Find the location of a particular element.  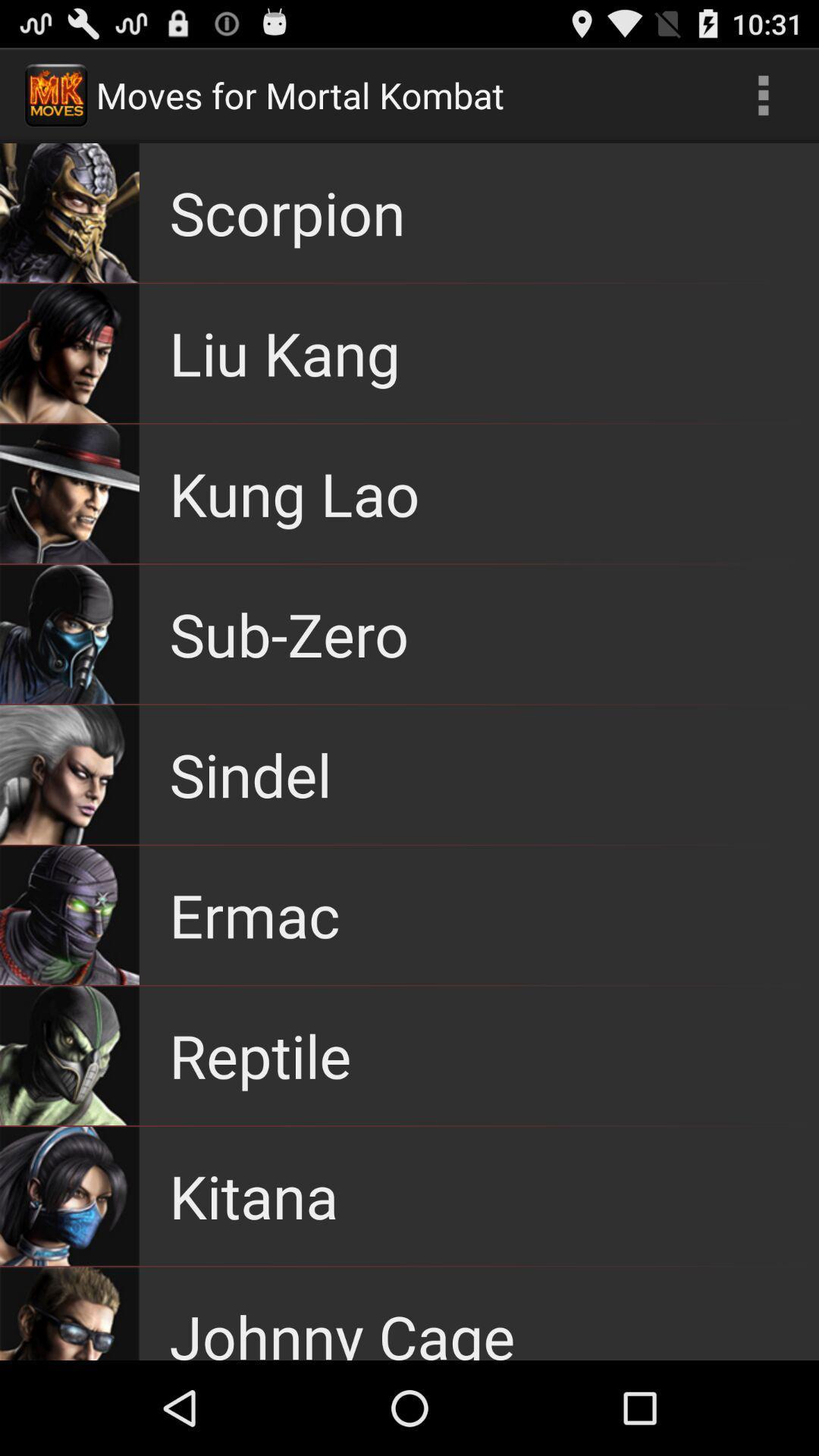

the scorpion is located at coordinates (287, 212).